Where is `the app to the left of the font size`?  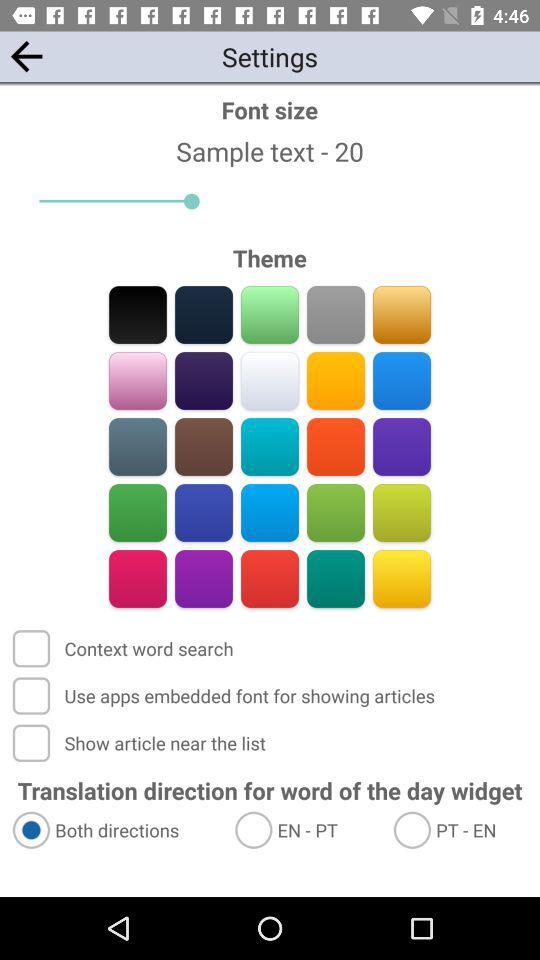
the app to the left of the font size is located at coordinates (25, 55).